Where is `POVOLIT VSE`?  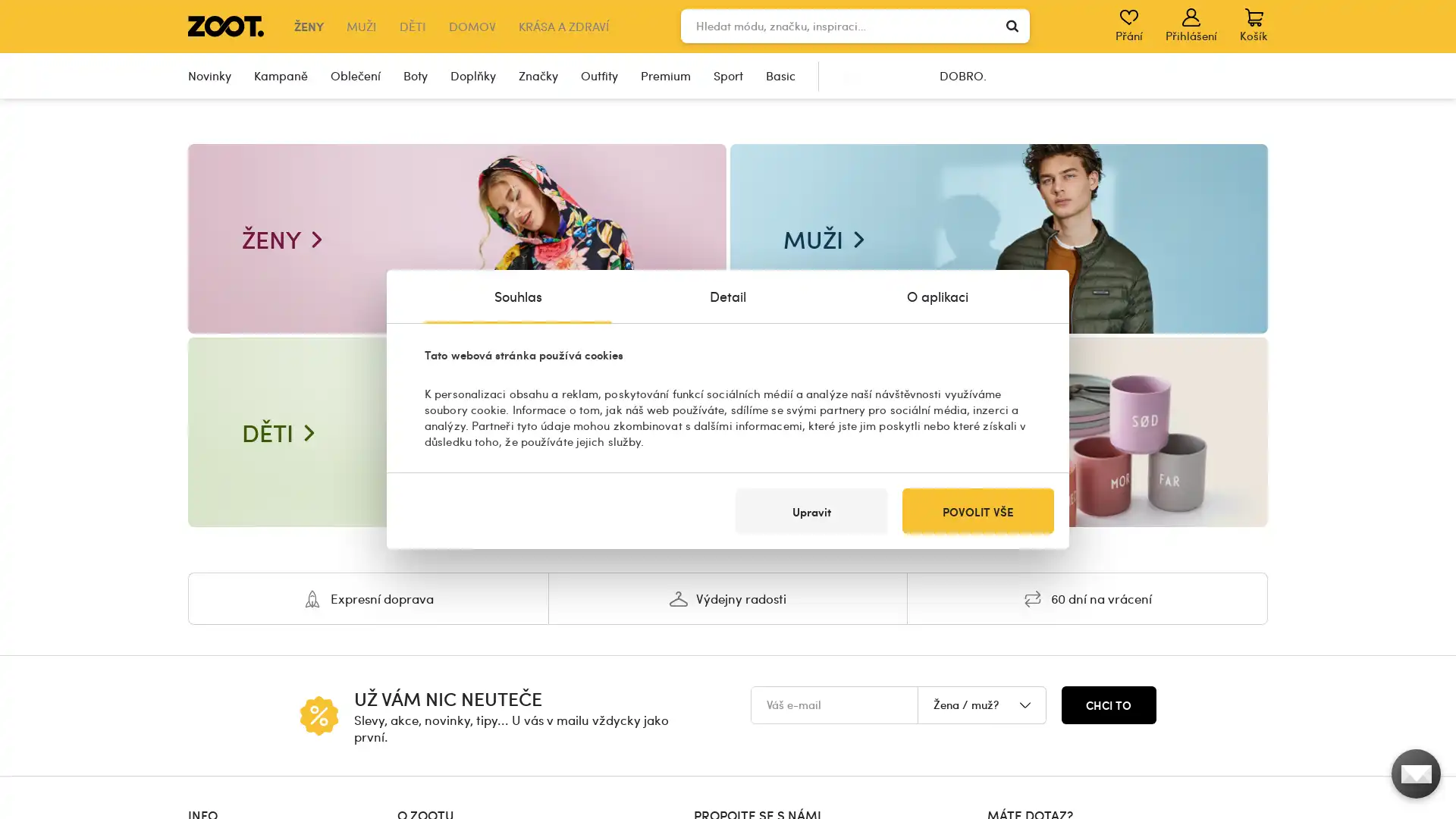
POVOLIT VSE is located at coordinates (978, 511).